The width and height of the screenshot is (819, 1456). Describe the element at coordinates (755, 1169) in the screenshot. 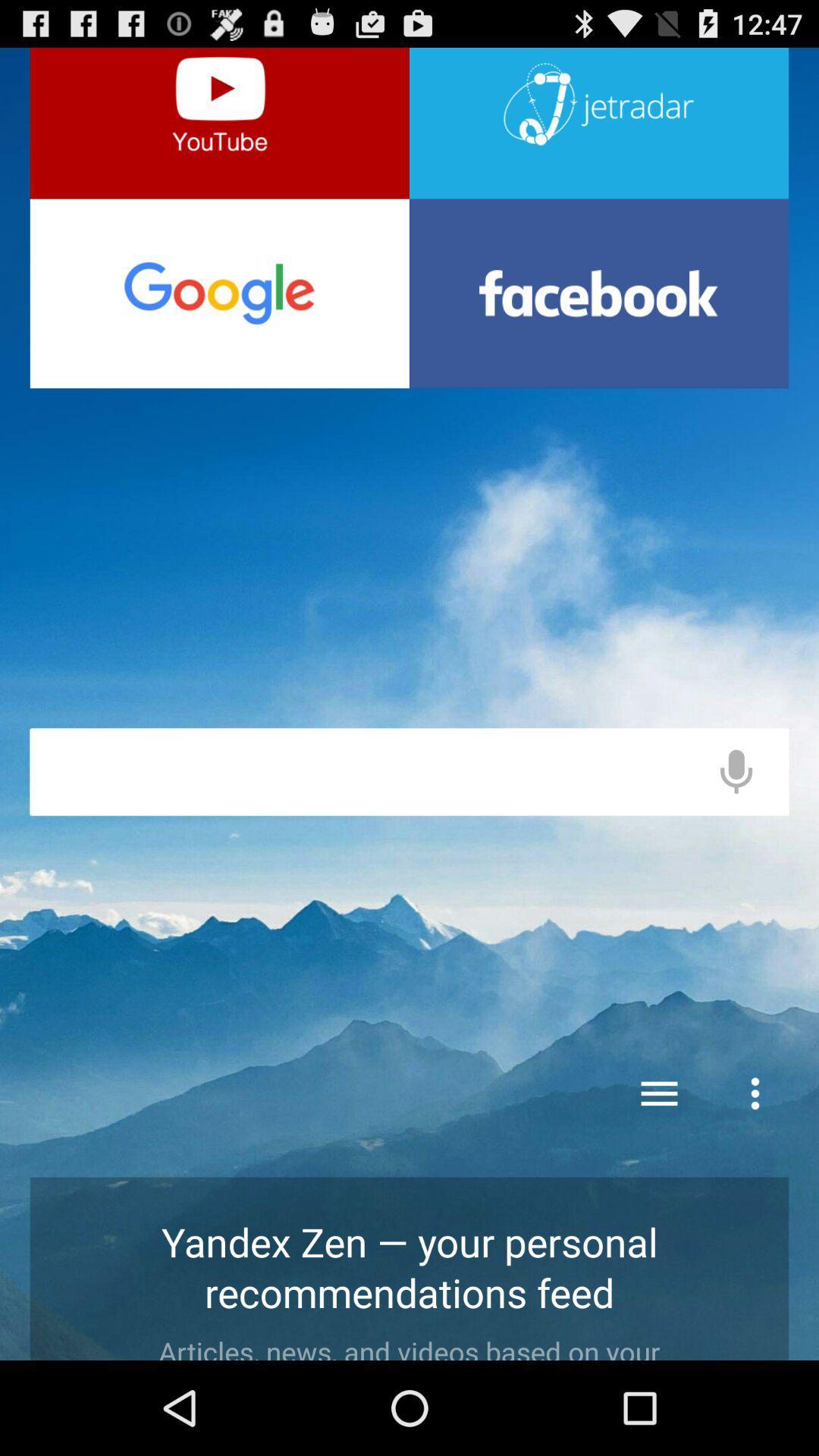

I see `the more icon` at that location.